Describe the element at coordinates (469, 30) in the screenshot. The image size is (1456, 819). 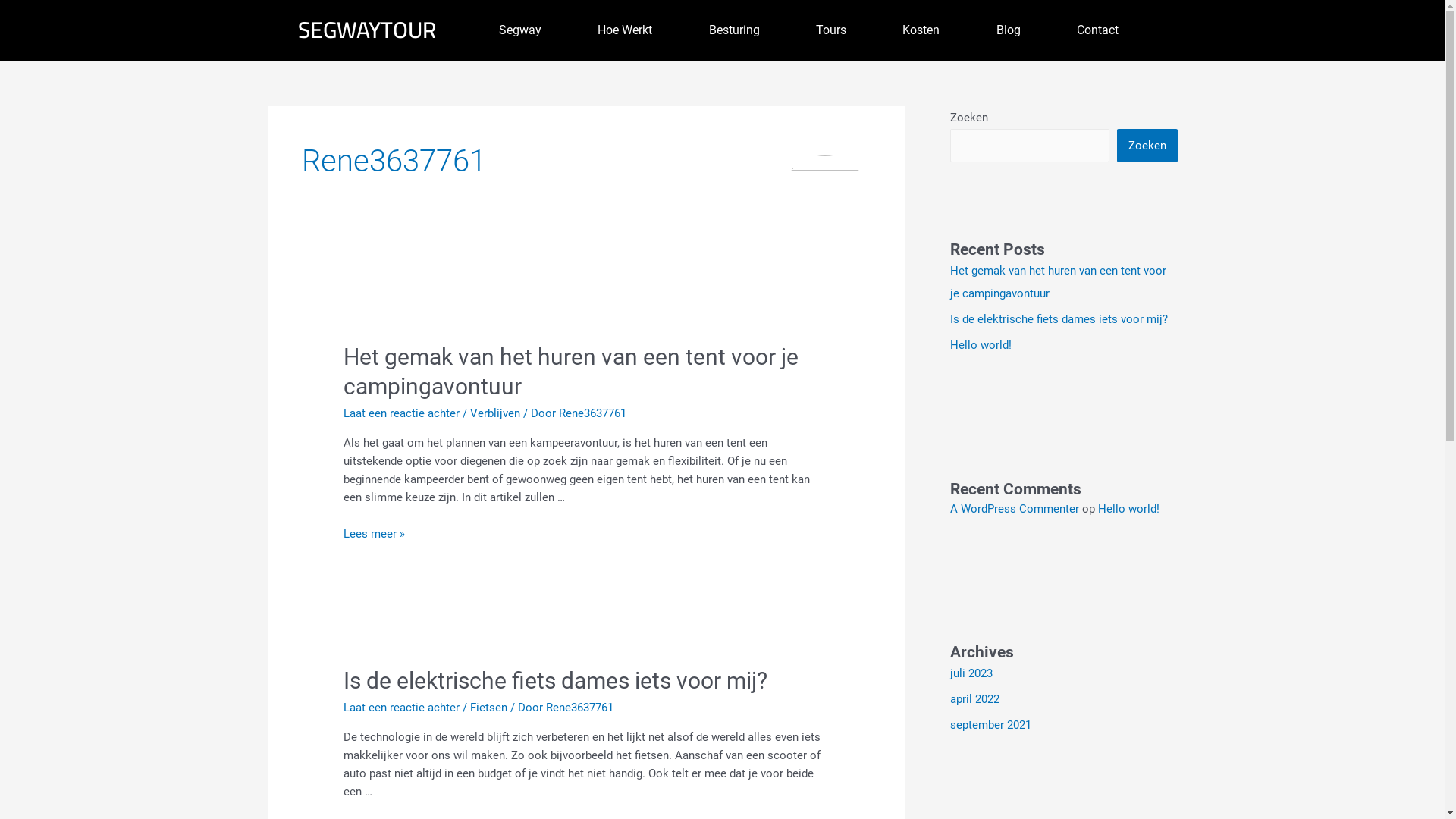
I see `'Segway'` at that location.